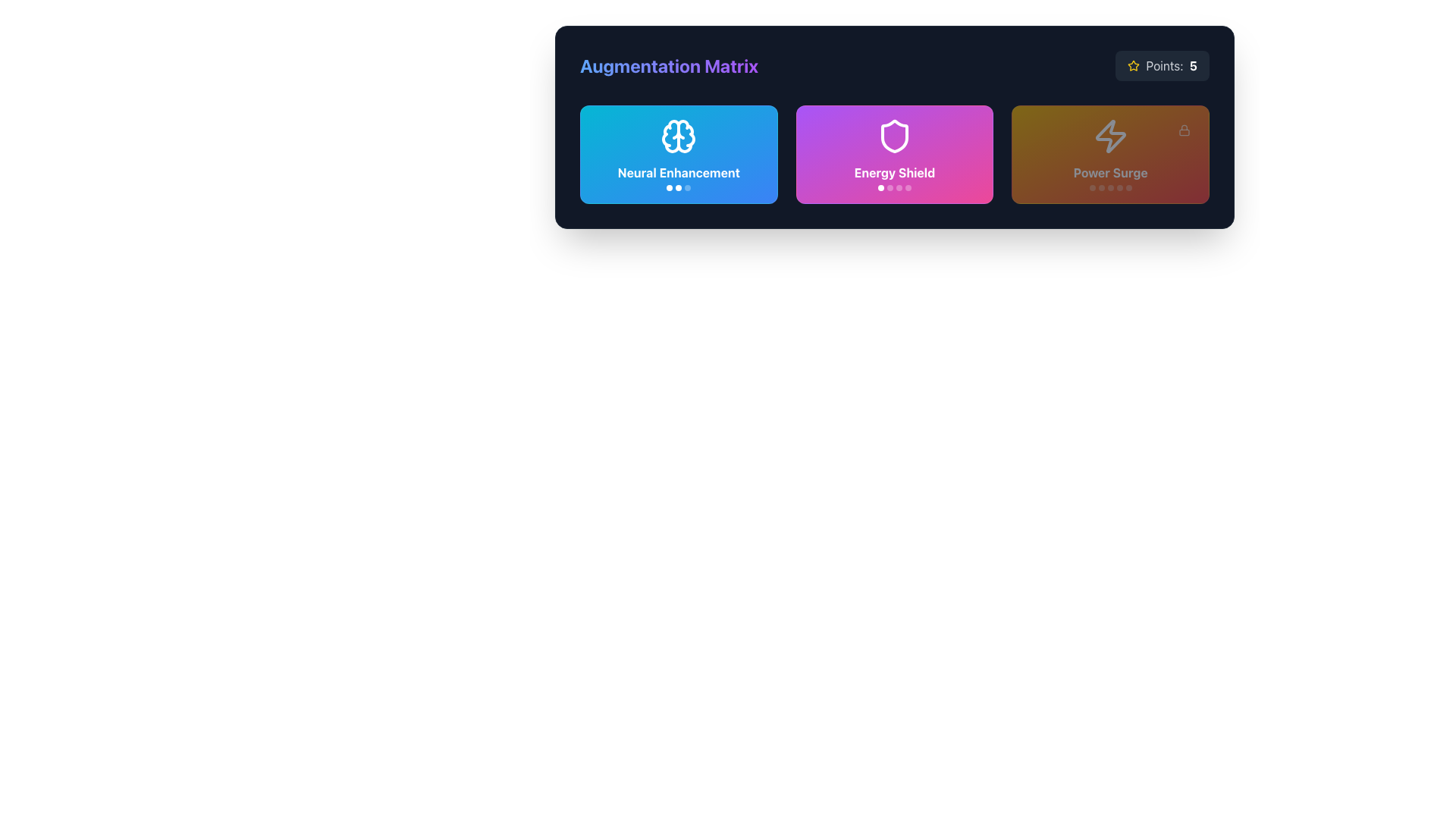 Image resolution: width=1456 pixels, height=819 pixels. What do you see at coordinates (895, 177) in the screenshot?
I see `the 'Energy Shield' text label, which is in bold white font centered within a purple gradient box in the 'Augmentation Matrix' section` at bounding box center [895, 177].